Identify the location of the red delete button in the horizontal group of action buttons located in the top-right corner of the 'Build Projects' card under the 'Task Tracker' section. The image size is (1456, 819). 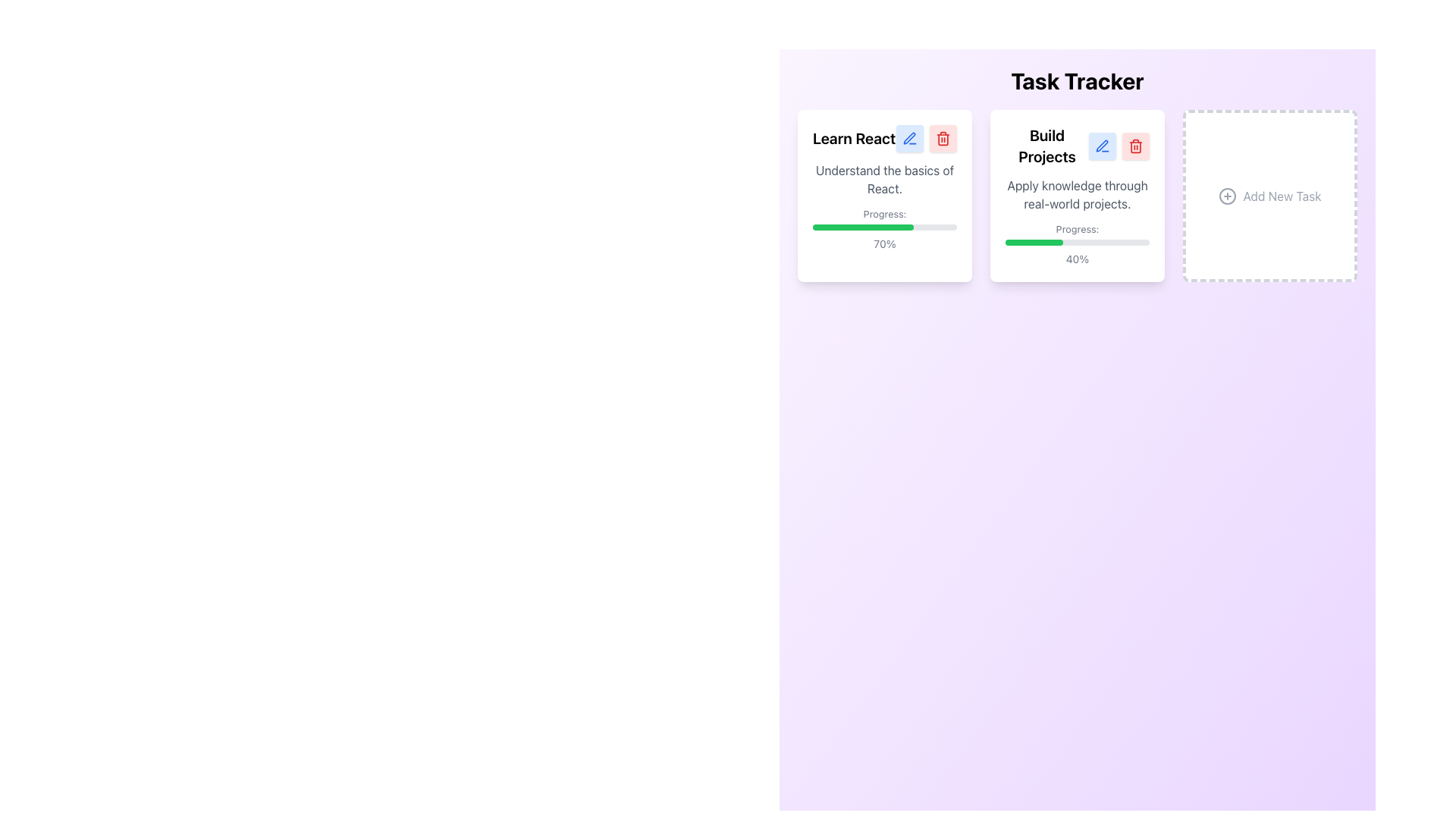
(1119, 146).